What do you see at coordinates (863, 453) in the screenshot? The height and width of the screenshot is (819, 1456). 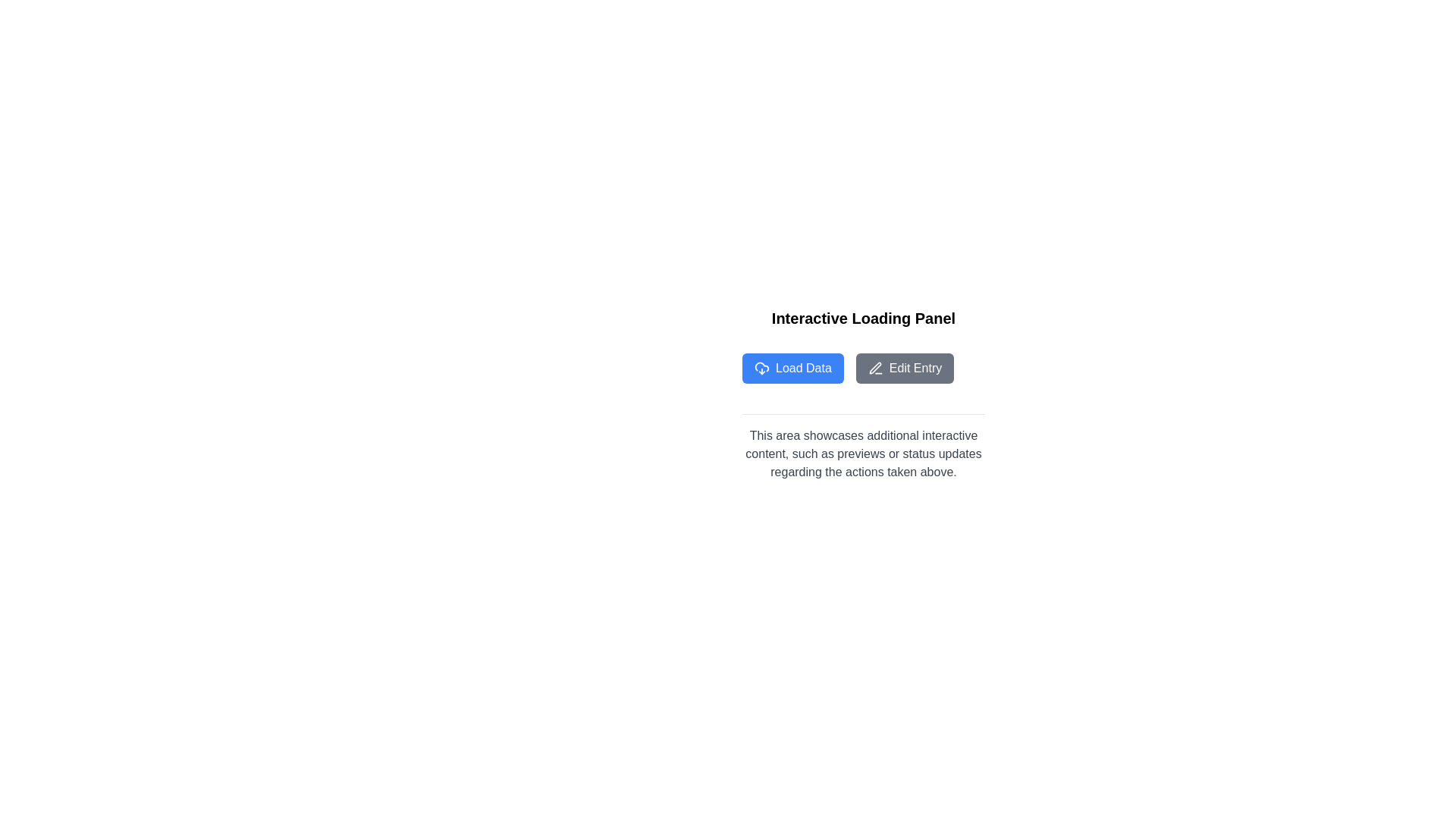 I see `the text block that reads 'This area showcases additional interactive content, such as previews or status updates regarding the actions taken above.' which is styled with a gray font and positioned below the 'Load Data' and 'Edit Entry' buttons` at bounding box center [863, 453].